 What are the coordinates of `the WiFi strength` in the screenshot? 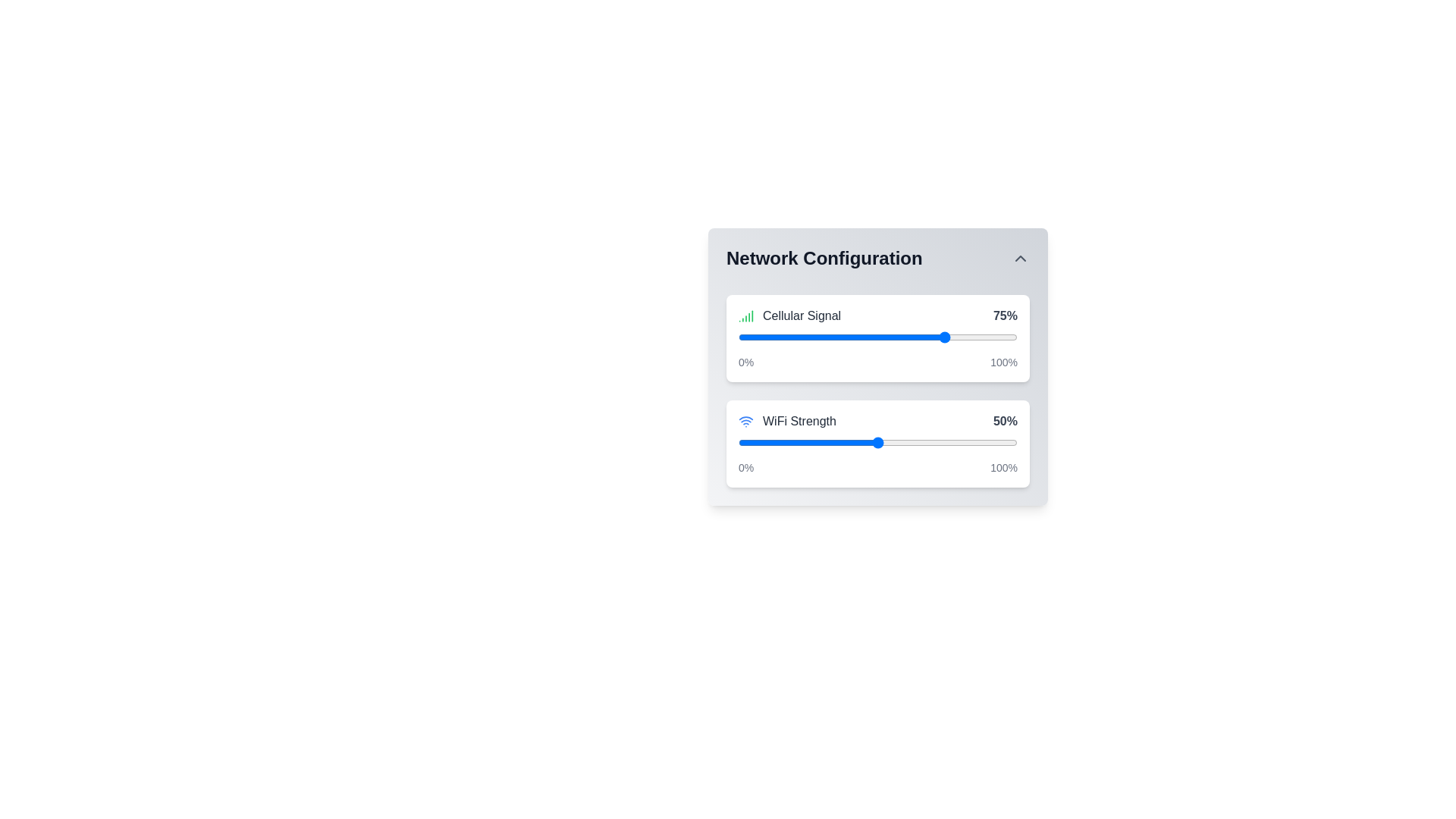 It's located at (838, 442).